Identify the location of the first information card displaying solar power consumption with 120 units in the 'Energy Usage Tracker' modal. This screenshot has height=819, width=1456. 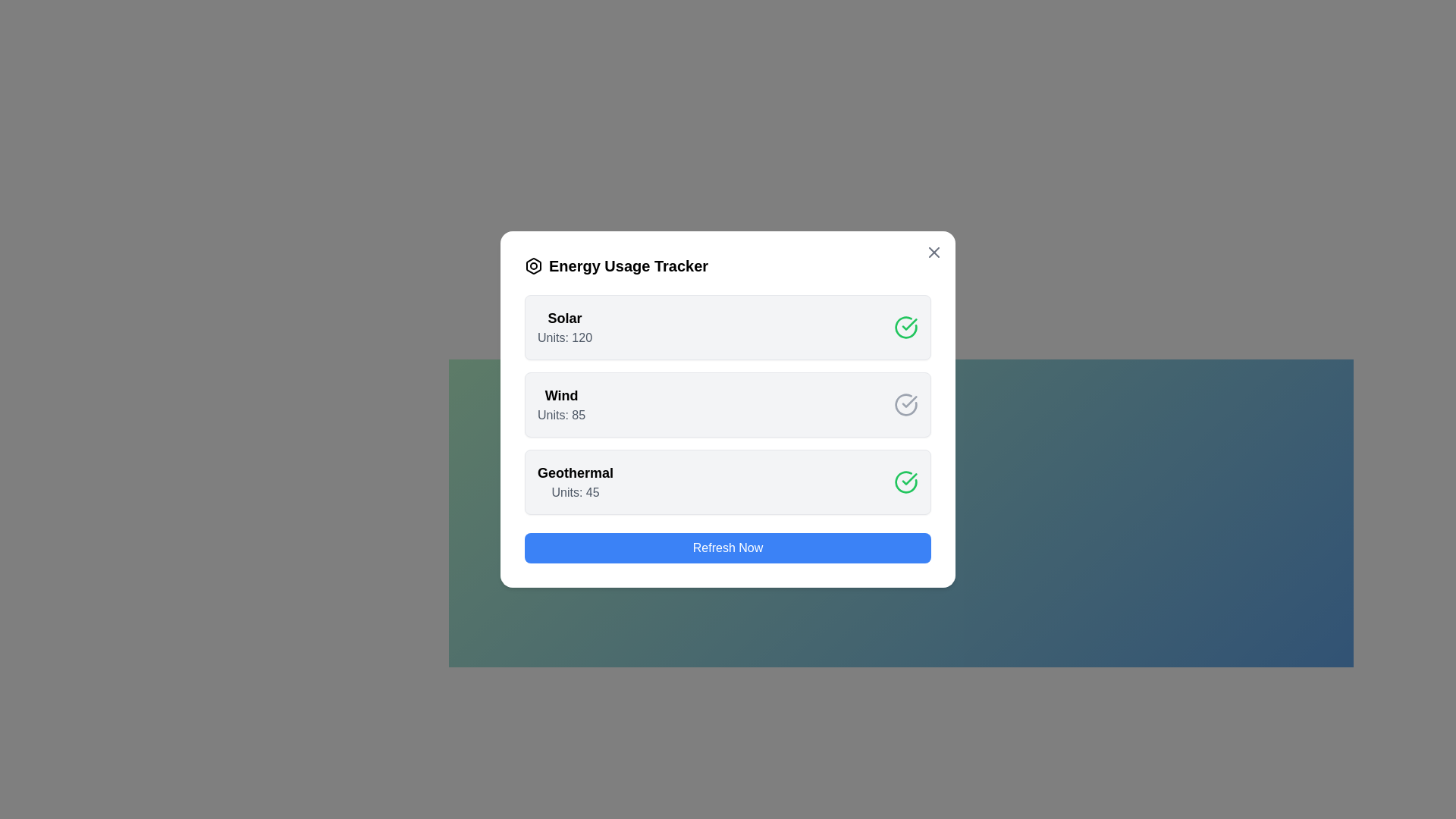
(728, 327).